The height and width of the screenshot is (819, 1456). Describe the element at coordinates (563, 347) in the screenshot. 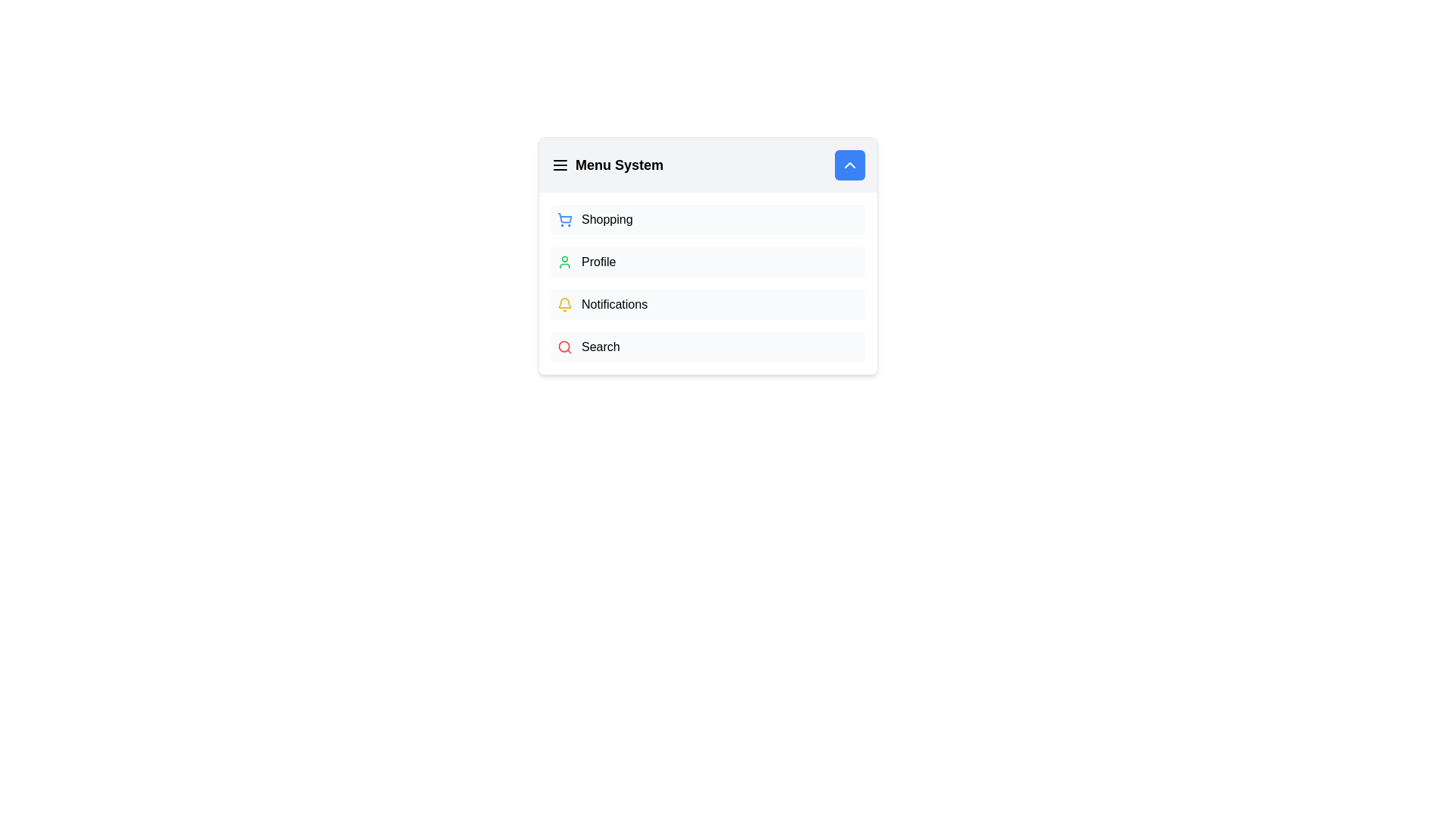

I see `the red outlined magnifying glass icon associated with the search functionality, located to the left of the 'Search' label in the menu` at that location.